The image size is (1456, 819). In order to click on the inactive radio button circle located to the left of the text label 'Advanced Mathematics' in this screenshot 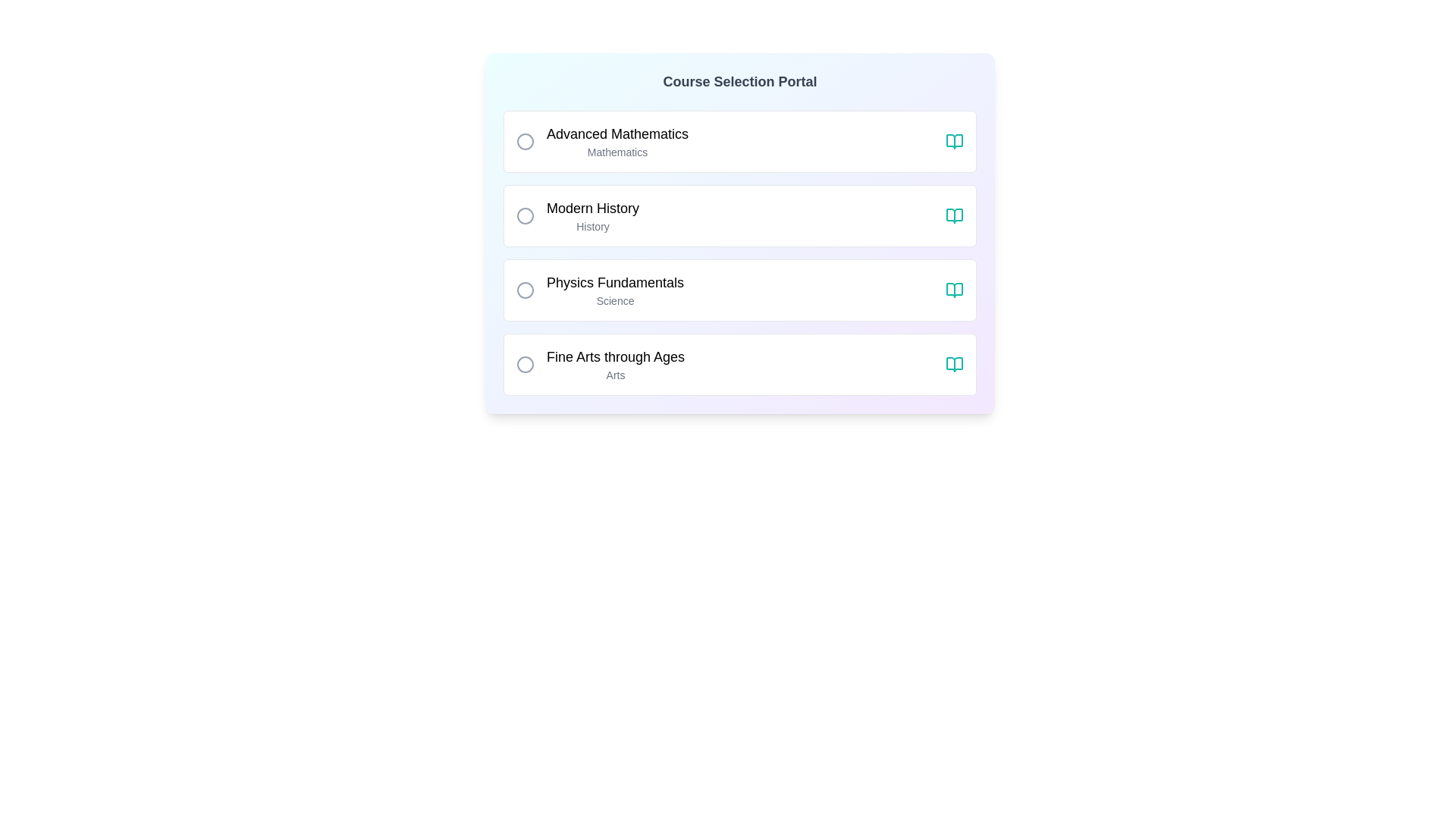, I will do `click(525, 141)`.